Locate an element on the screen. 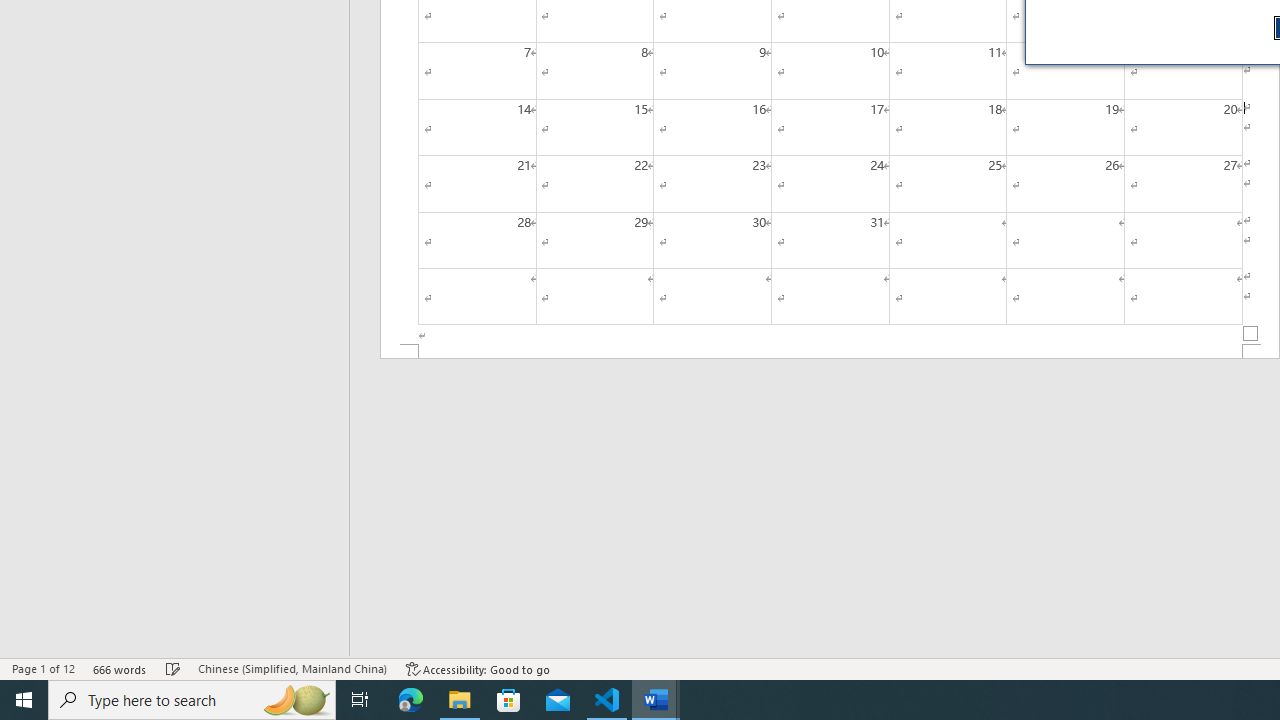 The height and width of the screenshot is (720, 1280). 'Microsoft Store' is located at coordinates (509, 698).